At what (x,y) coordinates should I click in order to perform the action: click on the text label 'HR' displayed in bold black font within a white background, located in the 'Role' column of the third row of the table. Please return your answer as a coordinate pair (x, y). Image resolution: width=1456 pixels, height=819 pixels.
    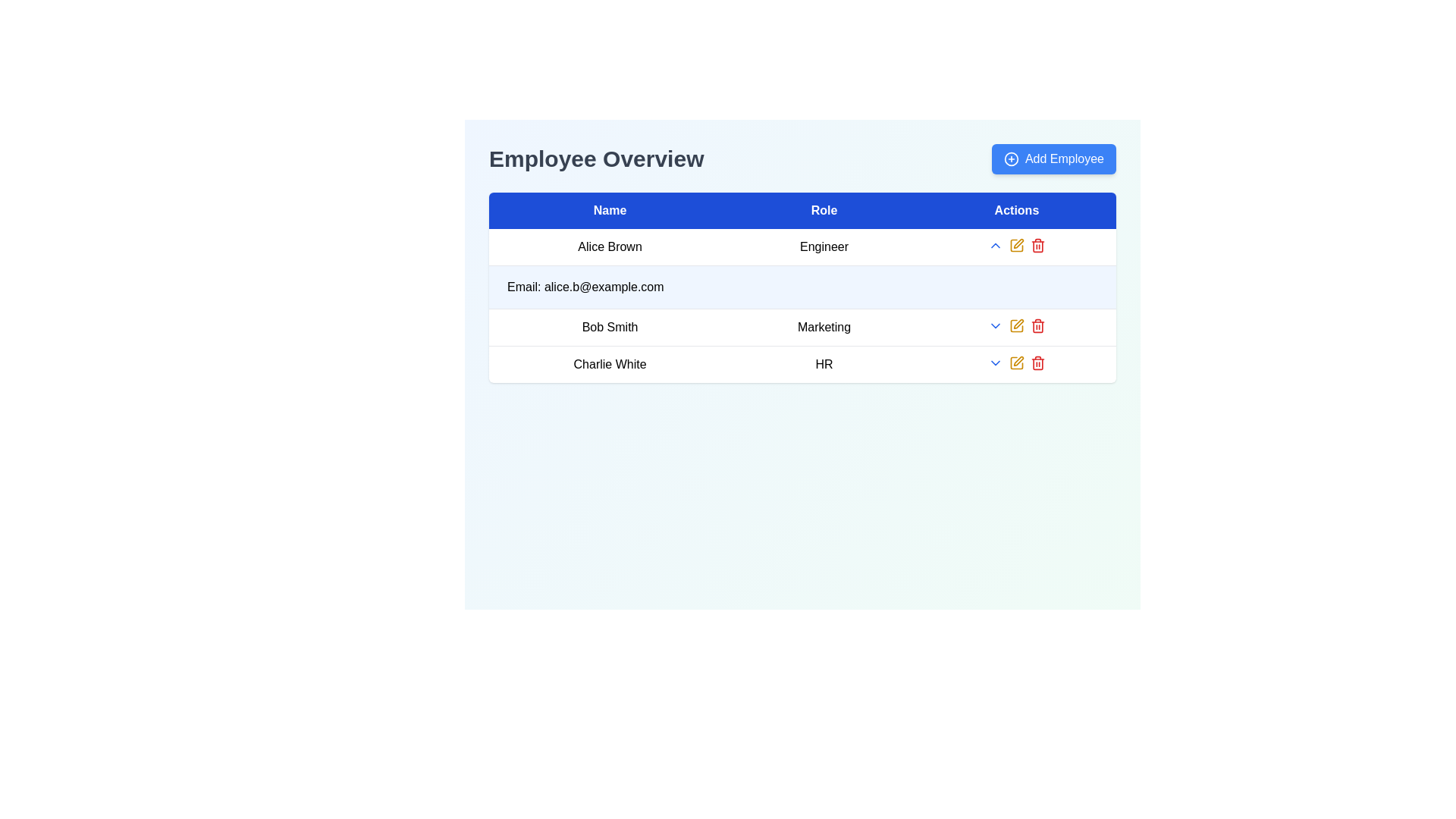
    Looking at the image, I should click on (824, 364).